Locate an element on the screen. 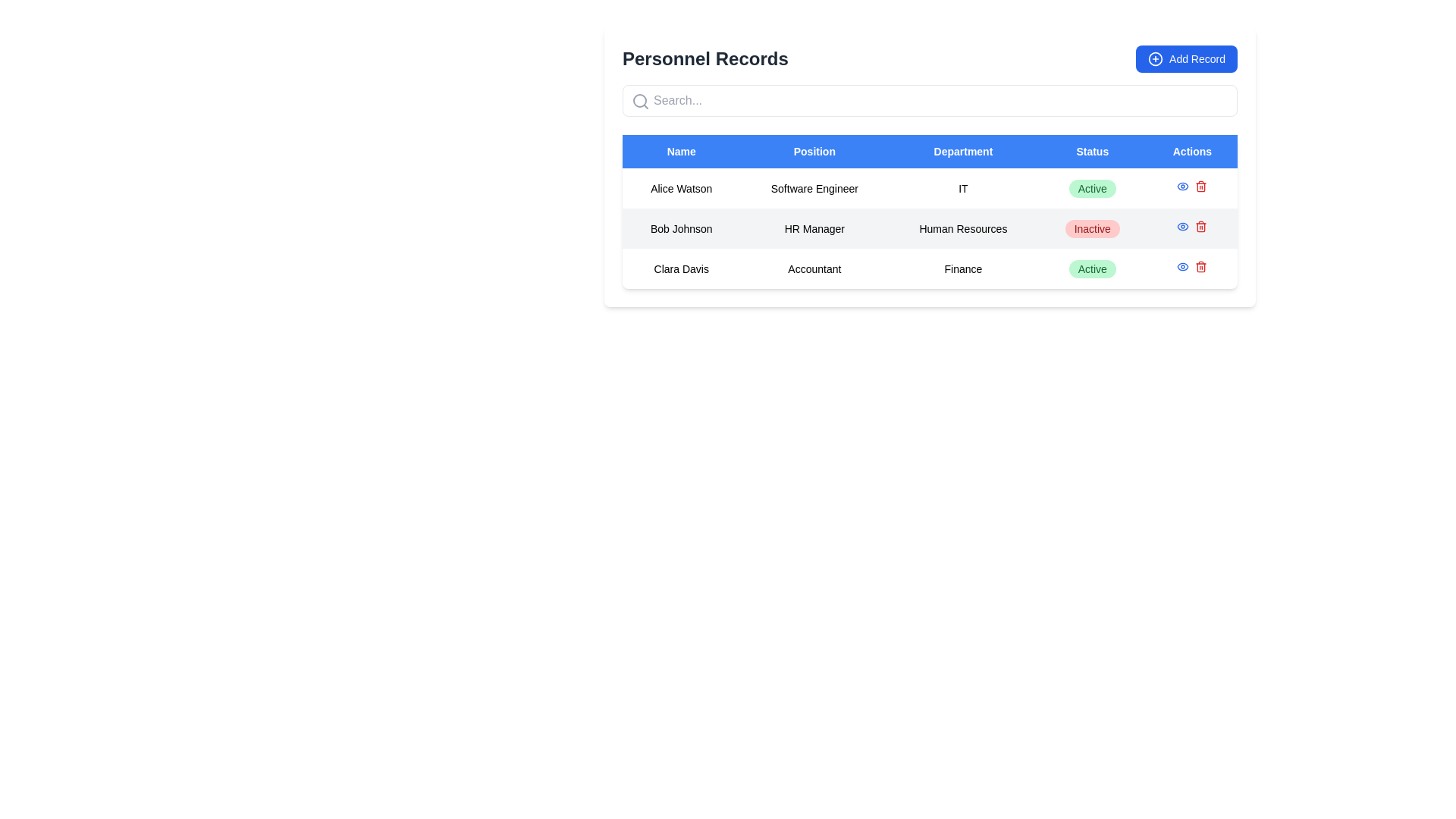  the 'Status' text label which is the fourth item in the header row of the table, positioned between 'Department' and 'Actions' is located at coordinates (1092, 152).